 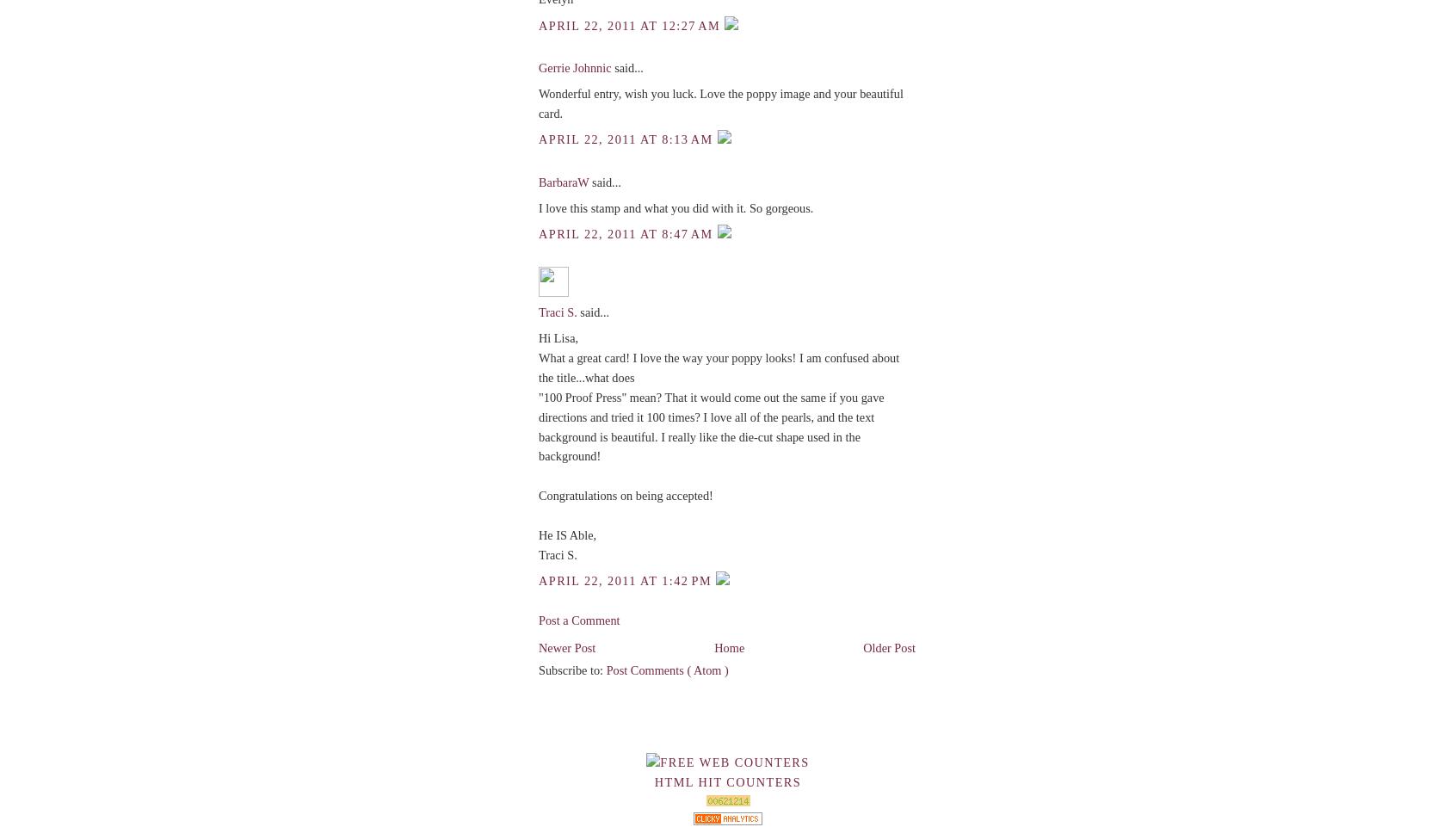 What do you see at coordinates (727, 782) in the screenshot?
I see `'HTML Hit Counters'` at bounding box center [727, 782].